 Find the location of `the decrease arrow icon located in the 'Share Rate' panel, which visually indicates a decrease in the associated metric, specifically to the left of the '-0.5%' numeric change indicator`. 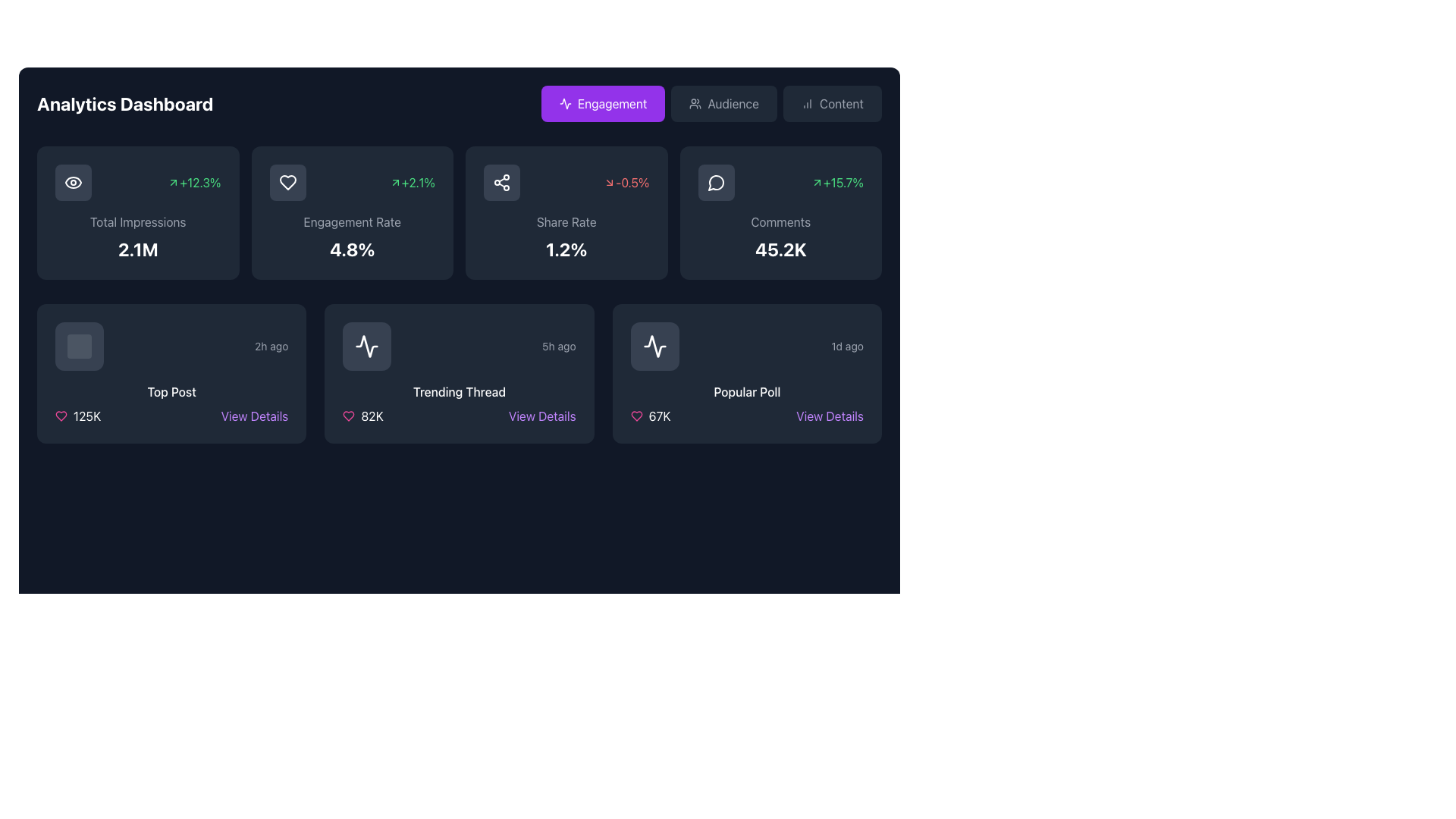

the decrease arrow icon located in the 'Share Rate' panel, which visually indicates a decrease in the associated metric, specifically to the left of the '-0.5%' numeric change indicator is located at coordinates (610, 181).